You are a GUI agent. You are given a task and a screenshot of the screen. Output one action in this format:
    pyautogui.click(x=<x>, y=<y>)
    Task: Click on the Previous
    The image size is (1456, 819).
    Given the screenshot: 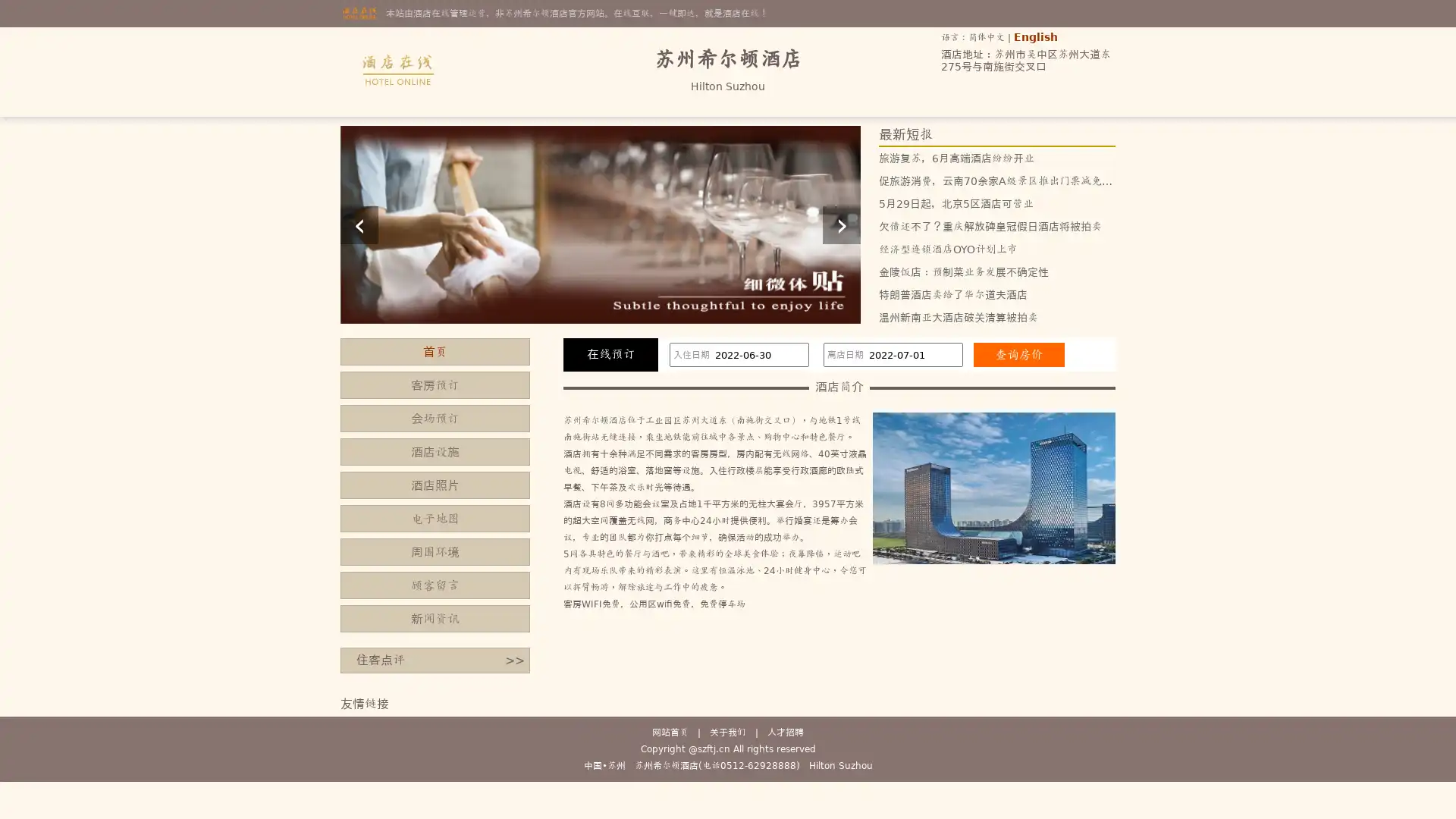 What is the action you would take?
    pyautogui.click(x=359, y=224)
    